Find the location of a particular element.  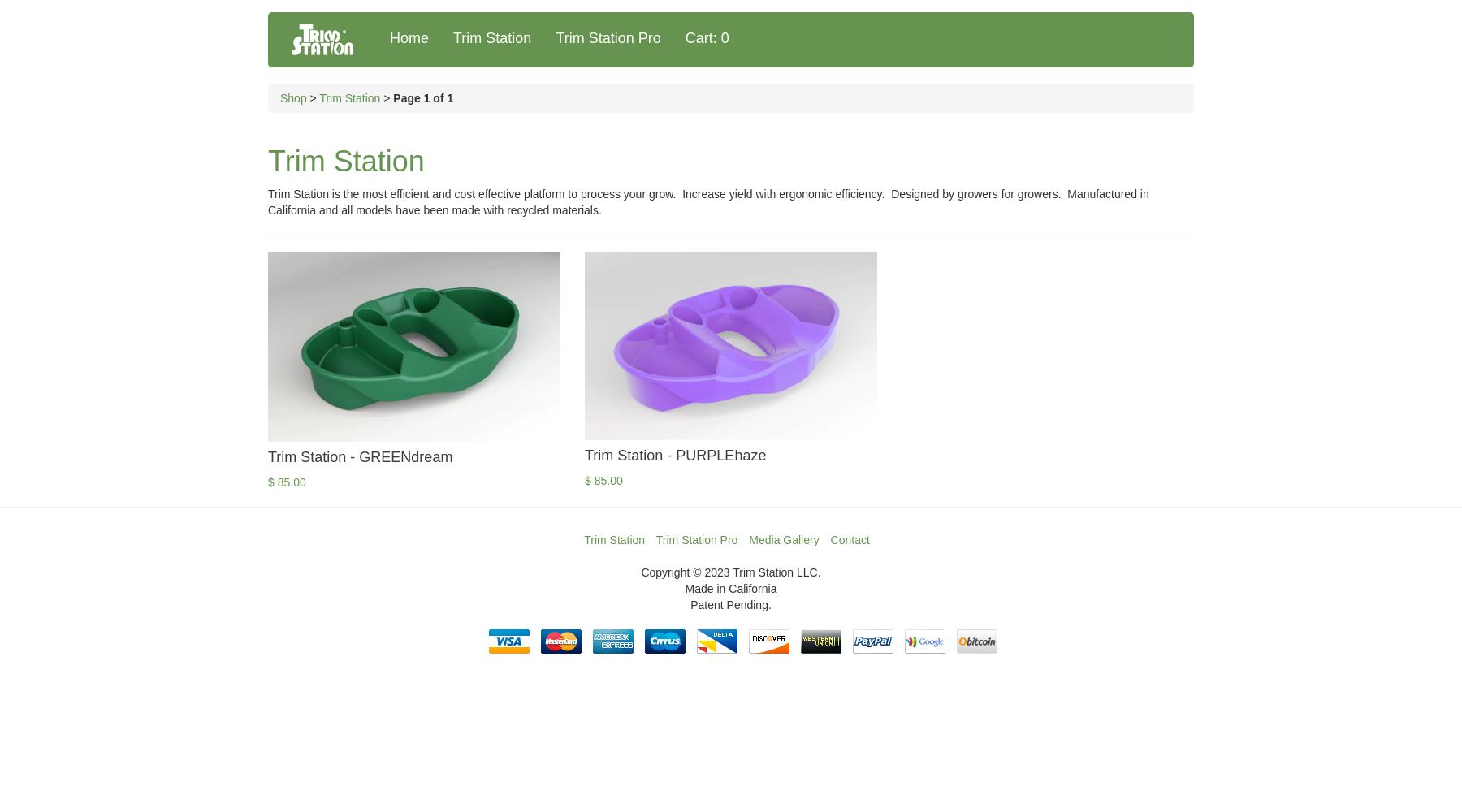

'Made in California' is located at coordinates (730, 588).